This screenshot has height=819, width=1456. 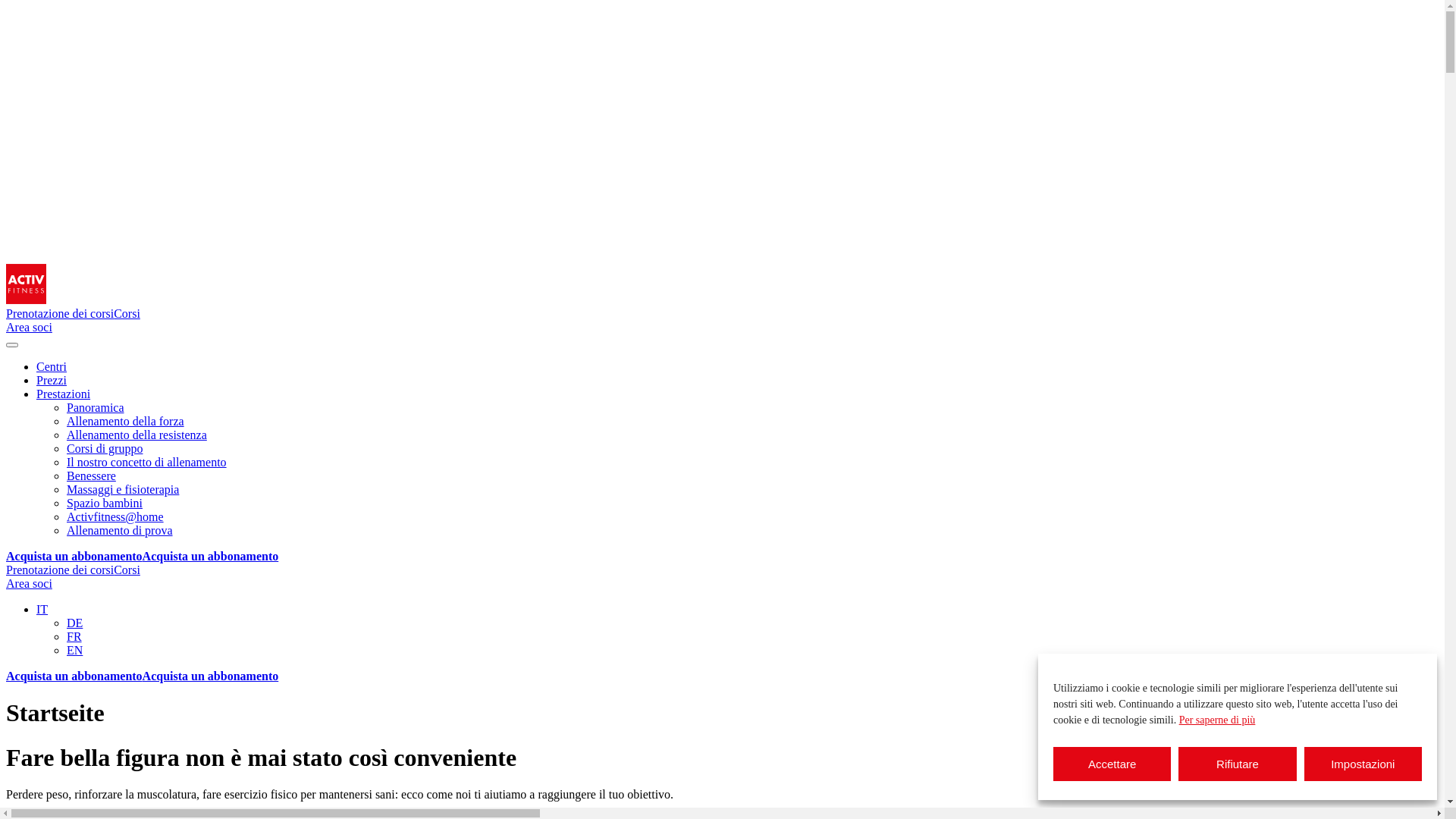 I want to click on 'Rifiutare', so click(x=1237, y=764).